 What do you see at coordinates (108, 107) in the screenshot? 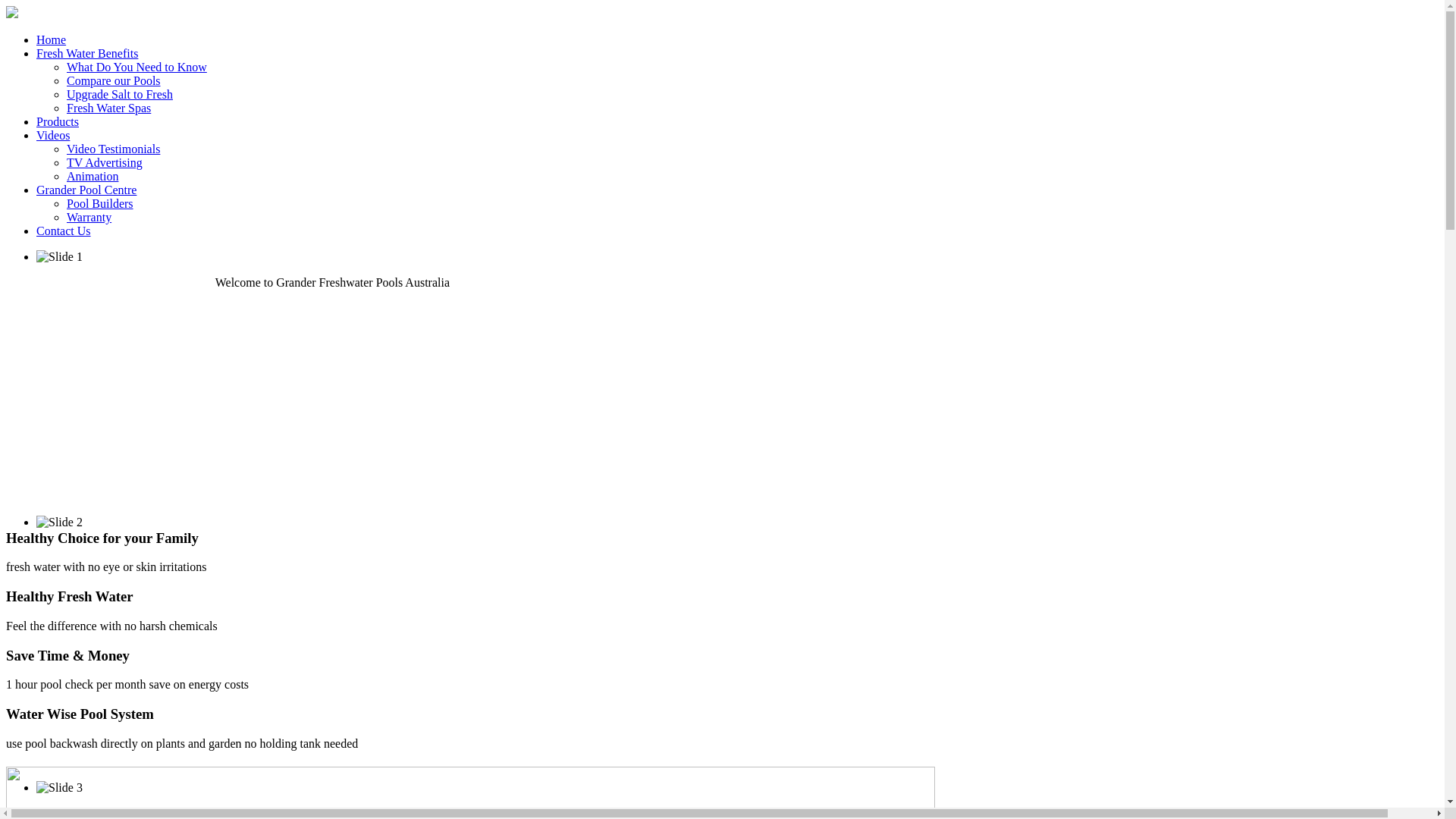
I see `'Fresh Water Spas'` at bounding box center [108, 107].